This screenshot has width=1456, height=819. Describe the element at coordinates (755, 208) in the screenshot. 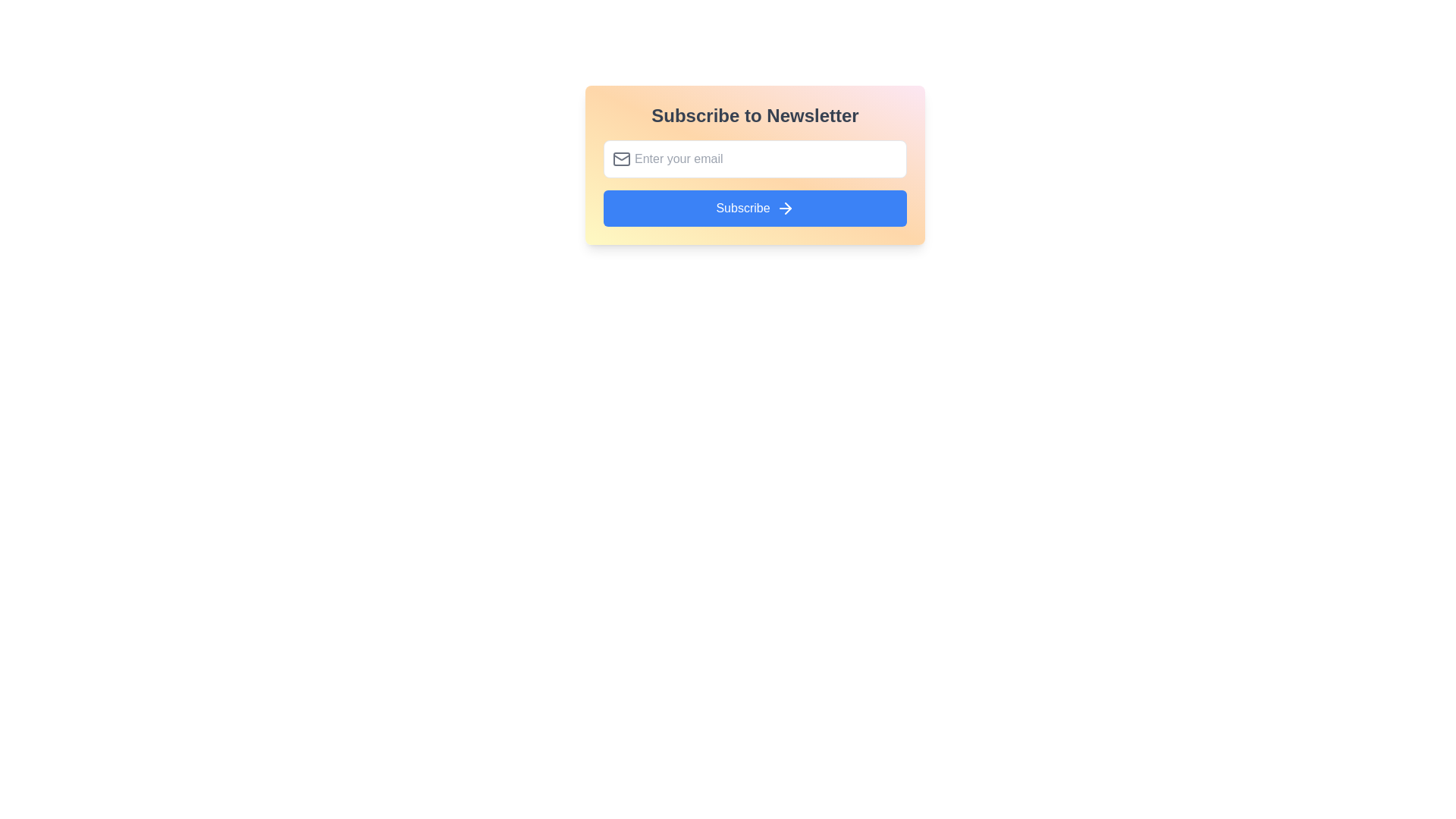

I see `the blue 'Subscribe' button with white text and a right-arrow icon` at that location.